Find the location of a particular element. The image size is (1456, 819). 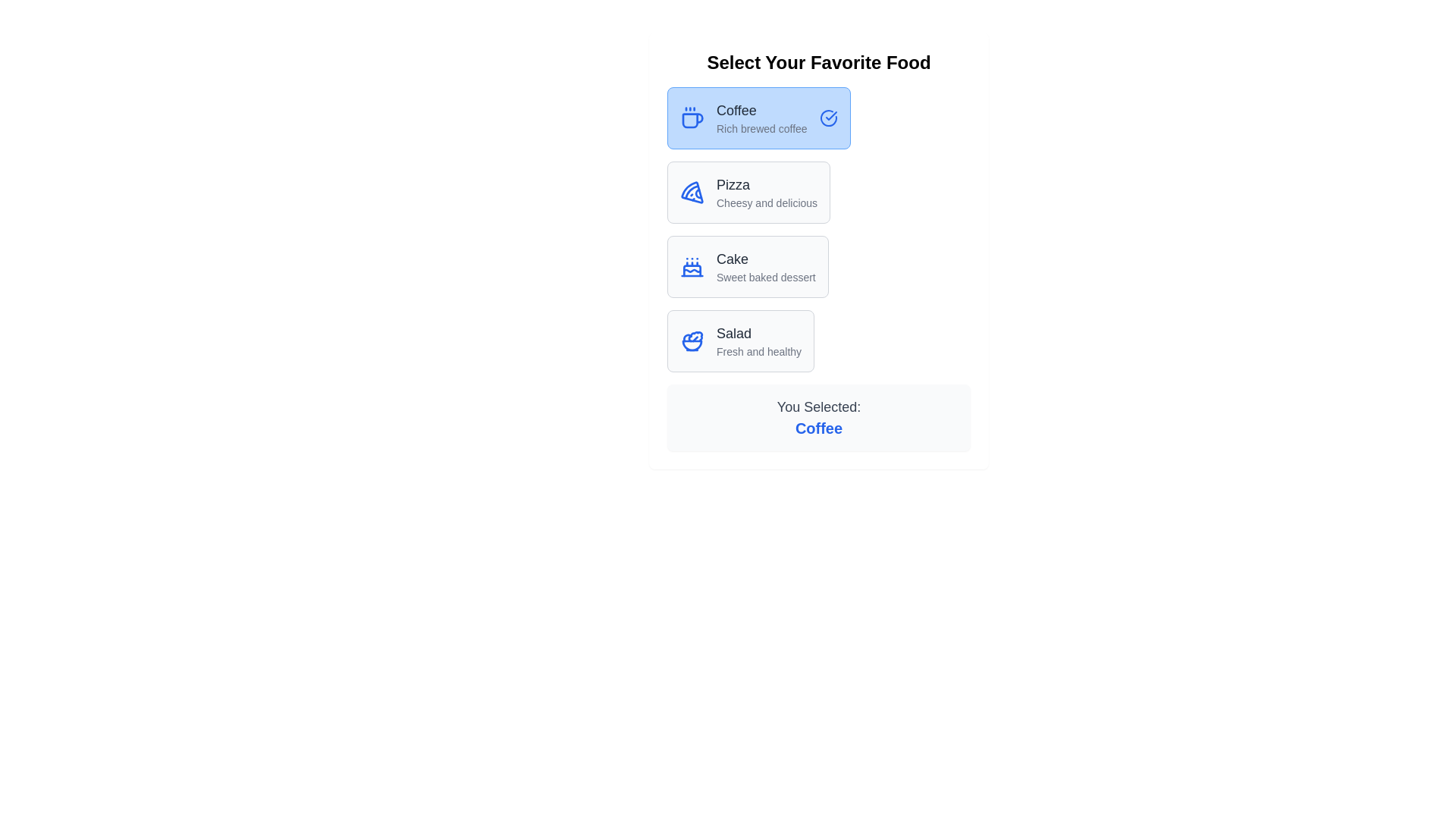

the coffee icon representing the stylized cup within the 'Select Your Favorite Food' interface is located at coordinates (692, 120).